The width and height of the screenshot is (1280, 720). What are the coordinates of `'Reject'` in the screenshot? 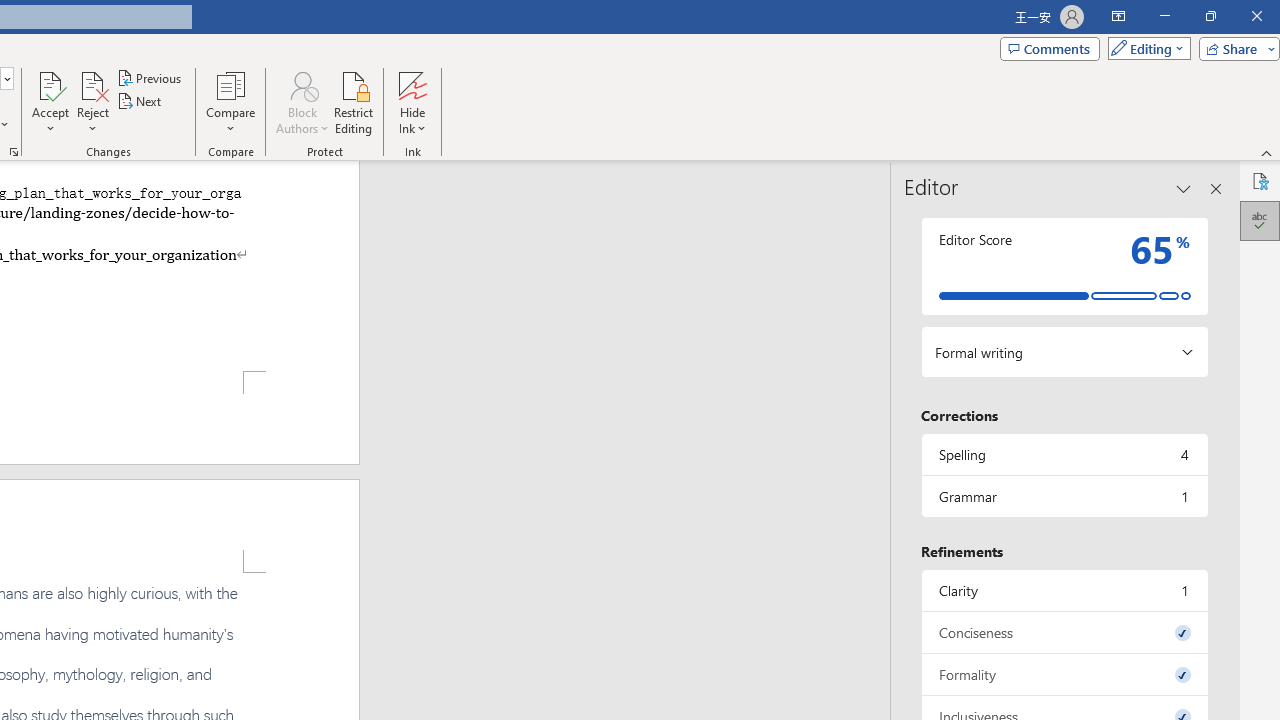 It's located at (91, 103).